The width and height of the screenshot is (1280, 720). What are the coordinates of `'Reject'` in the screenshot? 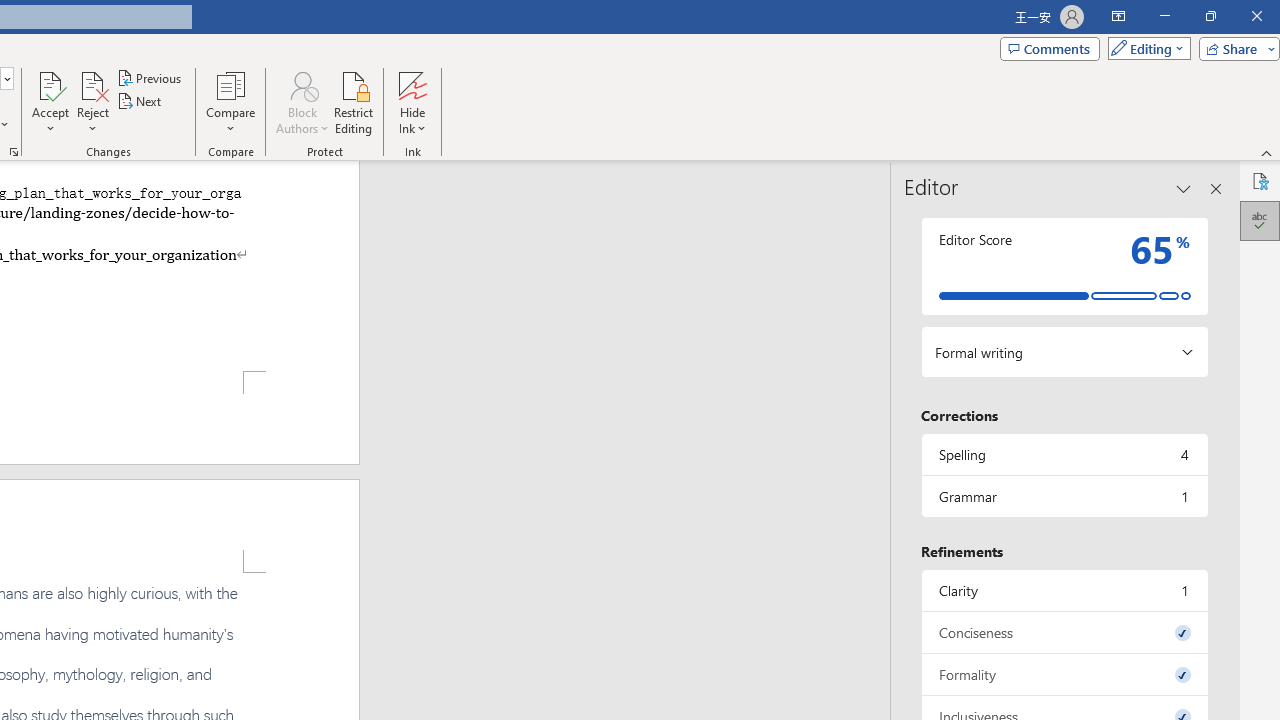 It's located at (91, 103).